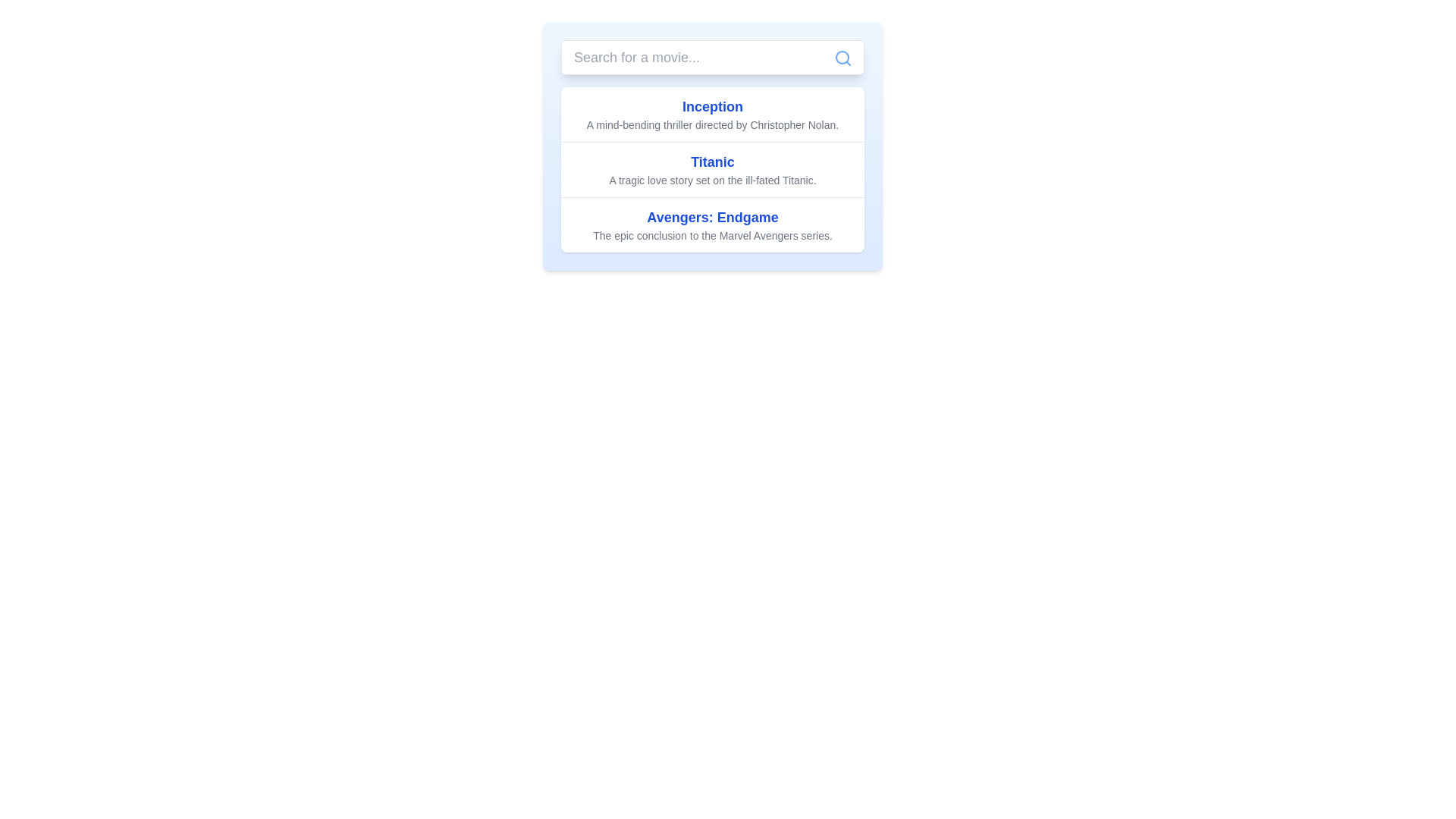 The image size is (1456, 819). Describe the element at coordinates (712, 169) in the screenshot. I see `to select the information display item for the movie 'Titanic', which is the middle entry in the list of three movies` at that location.